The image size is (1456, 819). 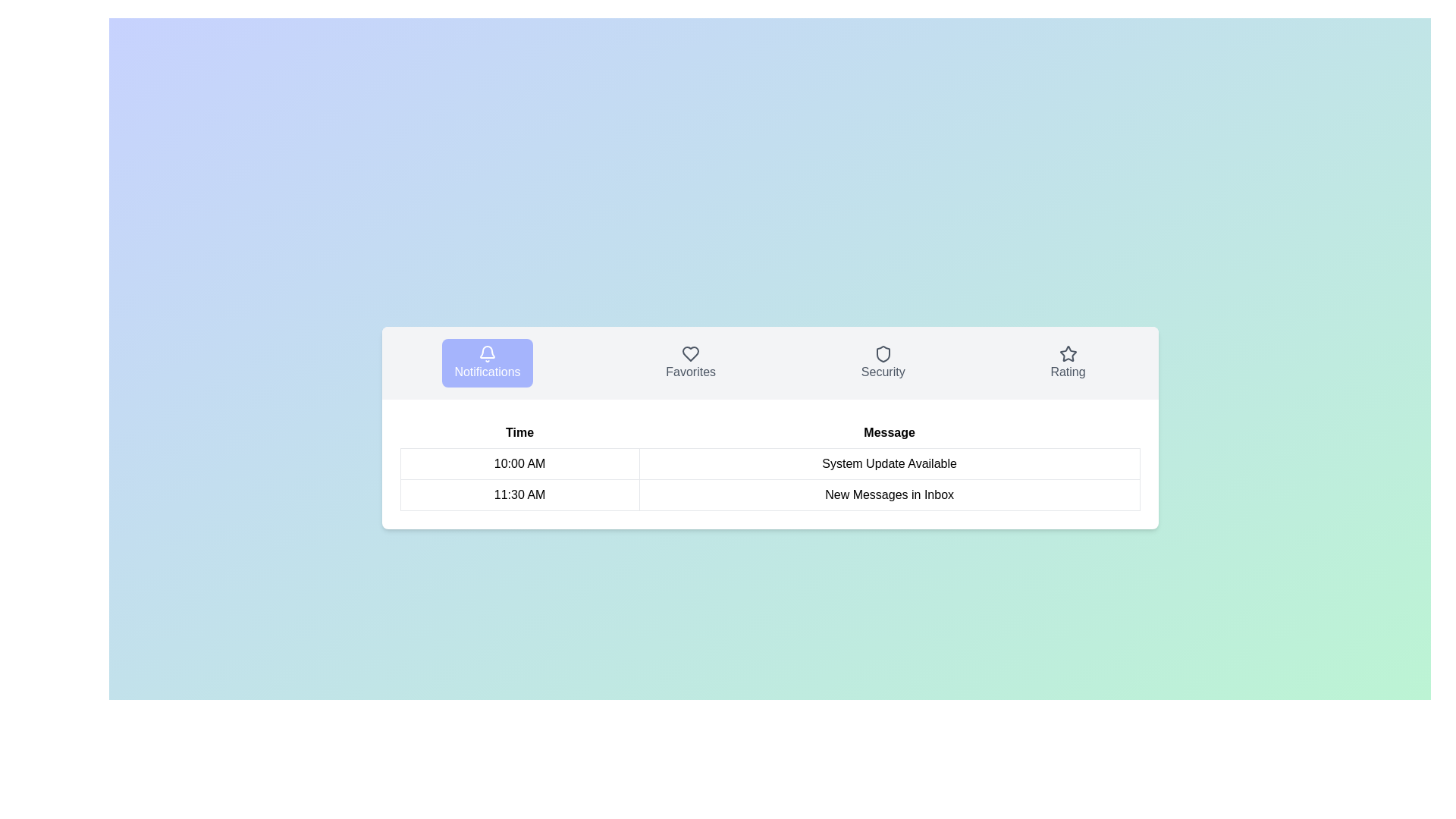 What do you see at coordinates (519, 463) in the screenshot?
I see `the Static Text Label displaying '10:00 AM' in the first row of the 'Time' column in the data table` at bounding box center [519, 463].